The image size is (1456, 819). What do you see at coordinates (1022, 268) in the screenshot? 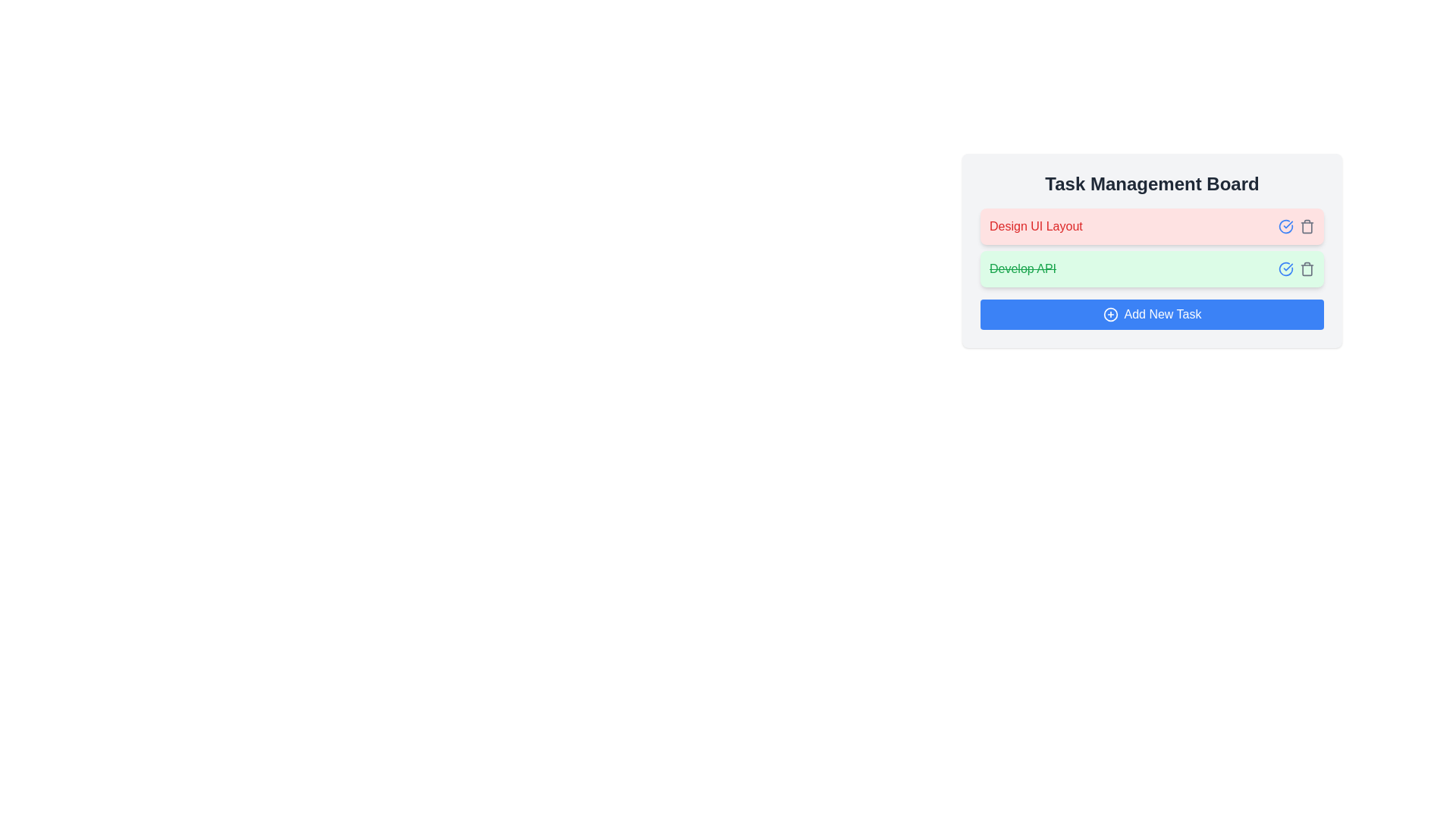
I see `the text label displaying 'Develop API', which is styled with a line-through and is centered within its light green background in the task management board` at bounding box center [1022, 268].